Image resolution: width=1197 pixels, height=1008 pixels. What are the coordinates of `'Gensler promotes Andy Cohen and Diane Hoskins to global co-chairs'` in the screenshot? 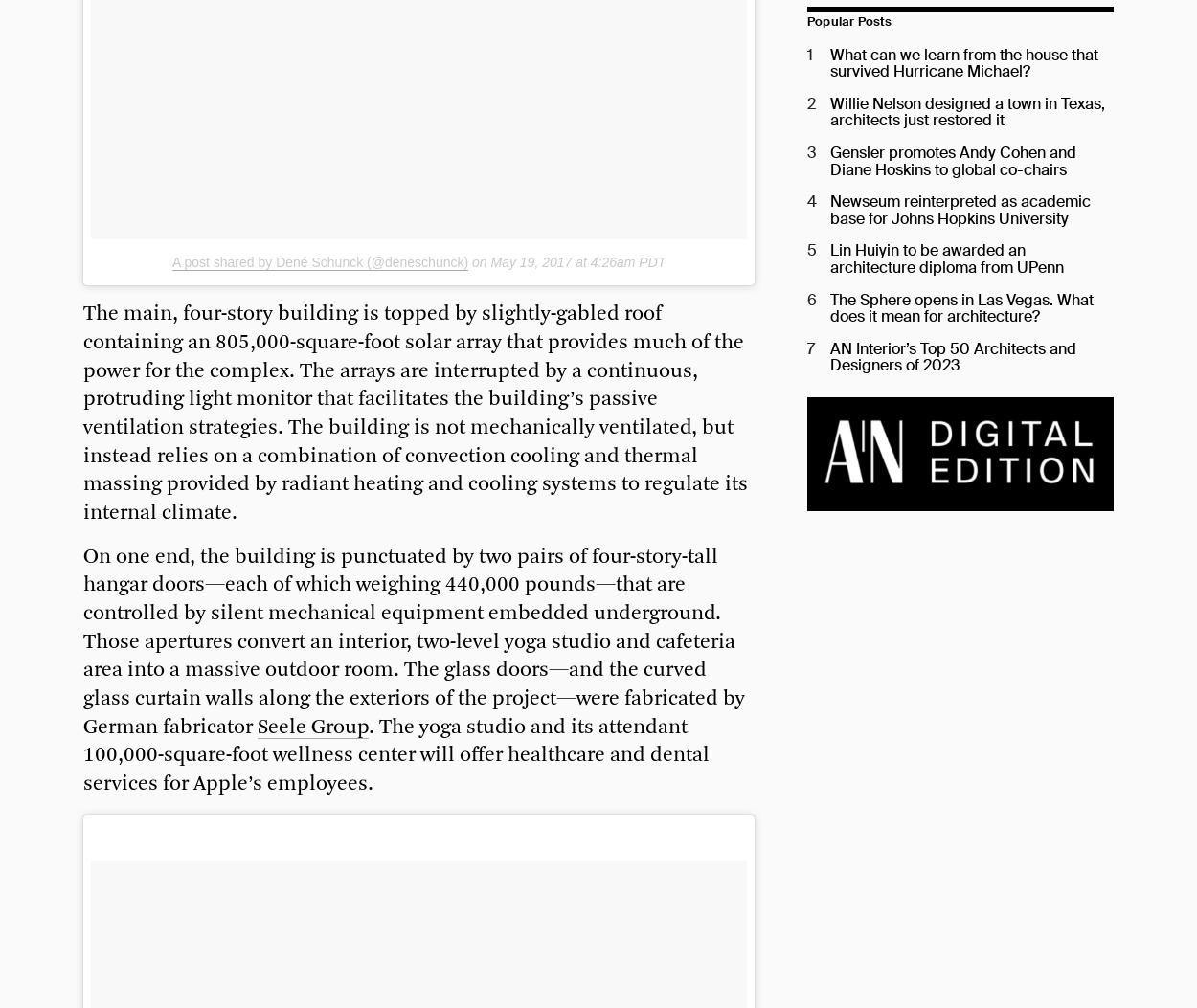 It's located at (951, 159).